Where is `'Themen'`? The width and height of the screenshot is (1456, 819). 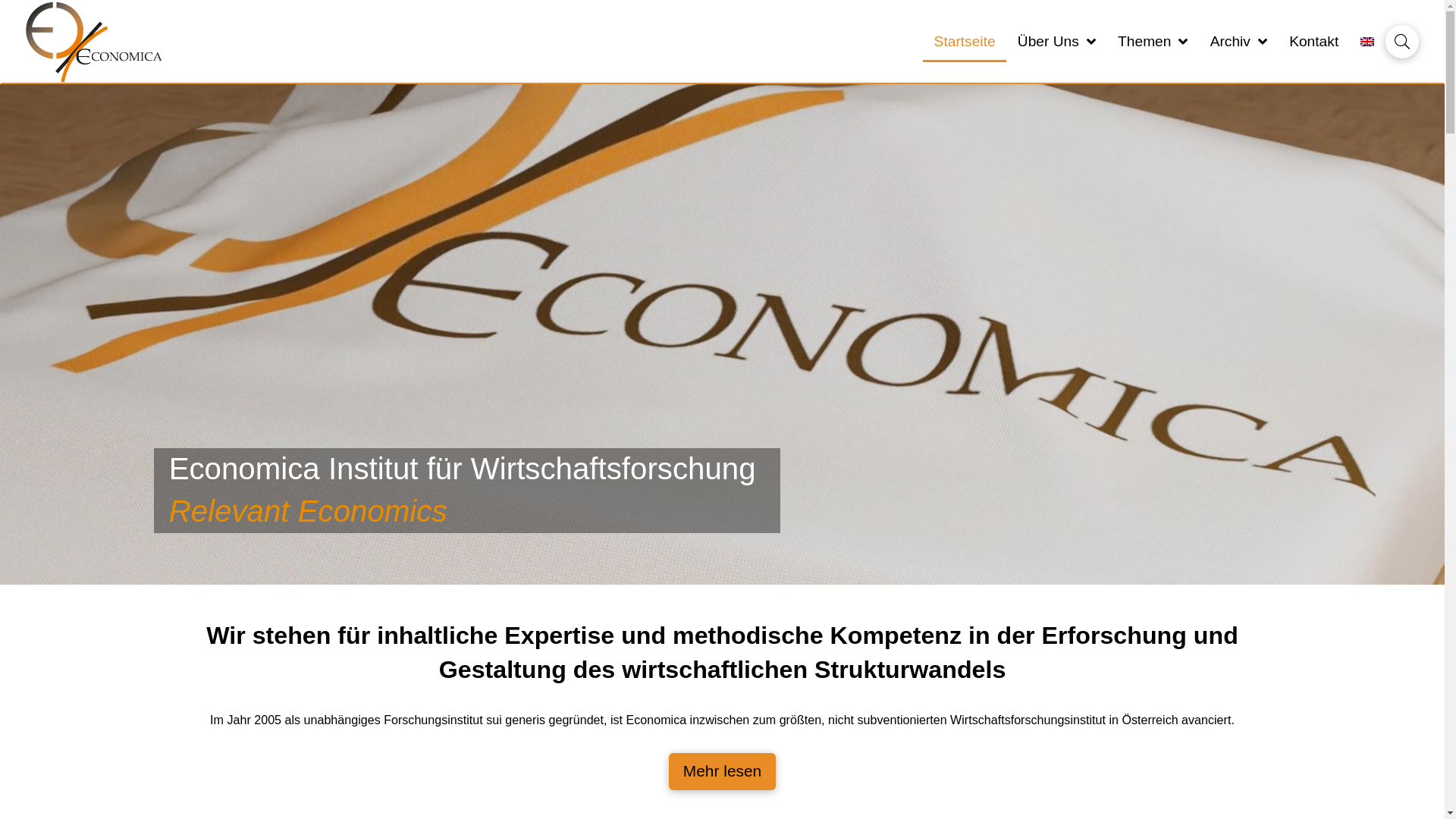
'Themen' is located at coordinates (1106, 41).